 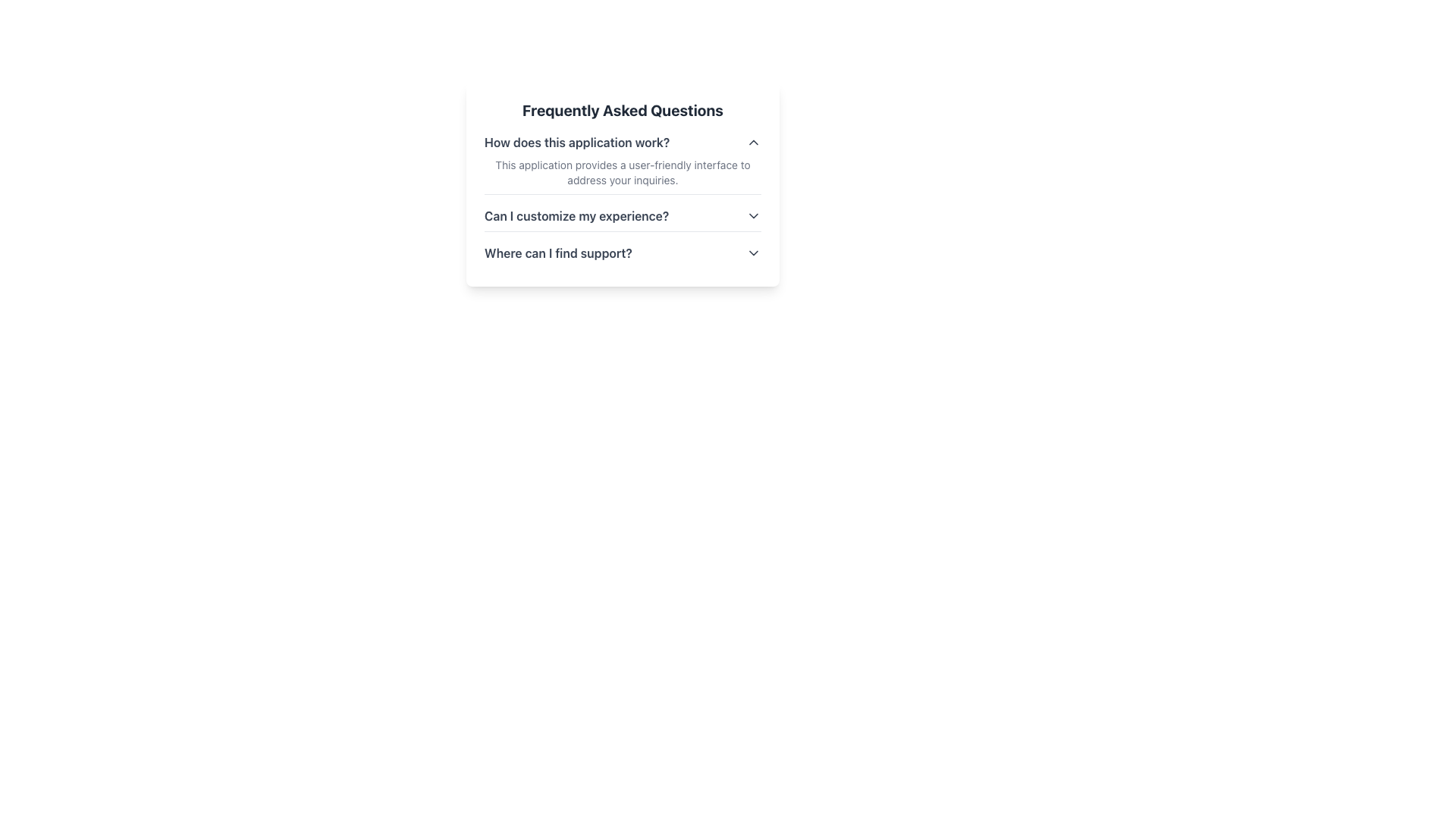 What do you see at coordinates (623, 219) in the screenshot?
I see `the second collapsible section header in the FAQ interface to change its visual styling` at bounding box center [623, 219].